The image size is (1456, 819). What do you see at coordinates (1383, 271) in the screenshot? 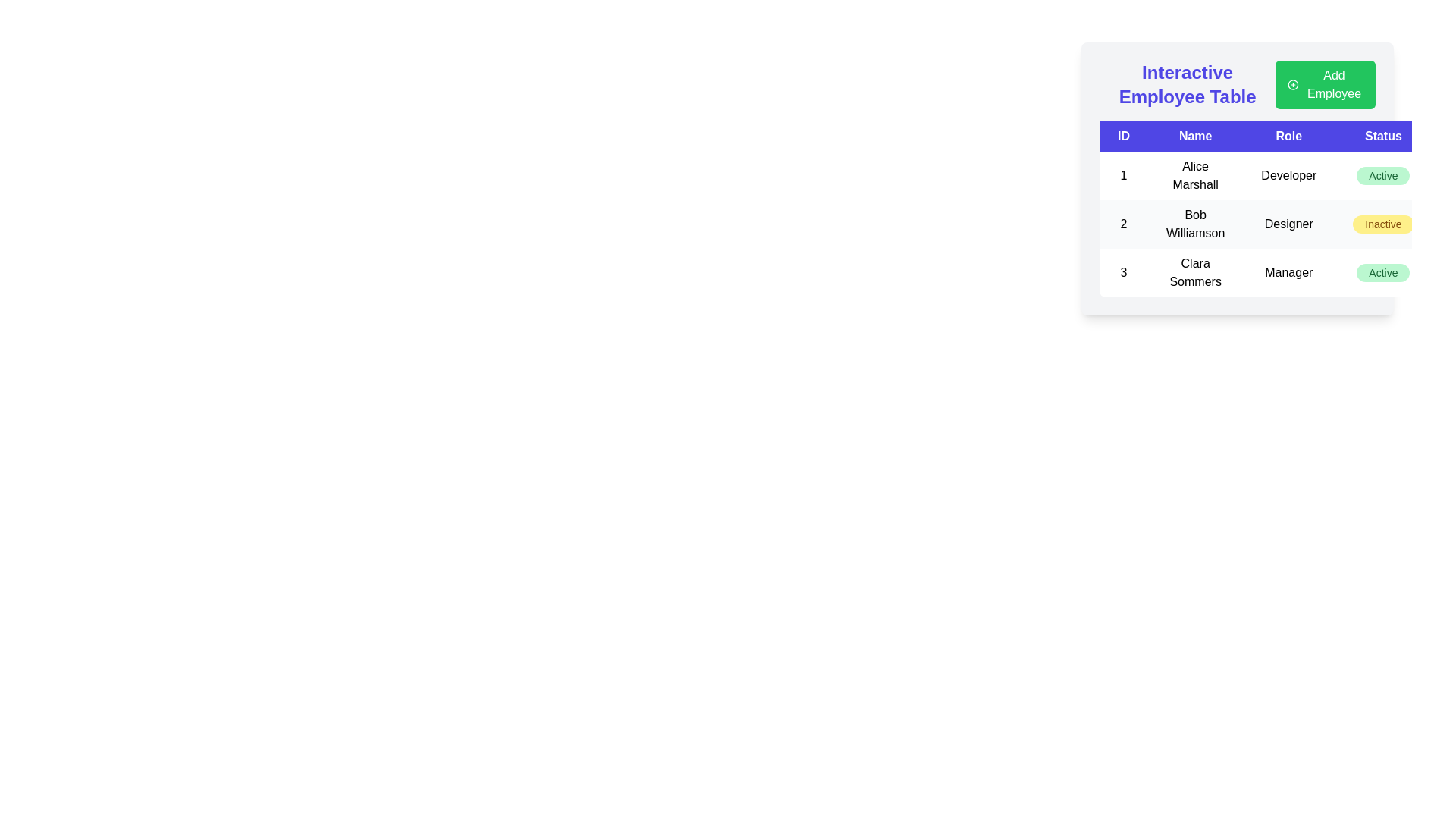
I see `the 'Active' text label with a light-green background in the Status column of the third row` at bounding box center [1383, 271].